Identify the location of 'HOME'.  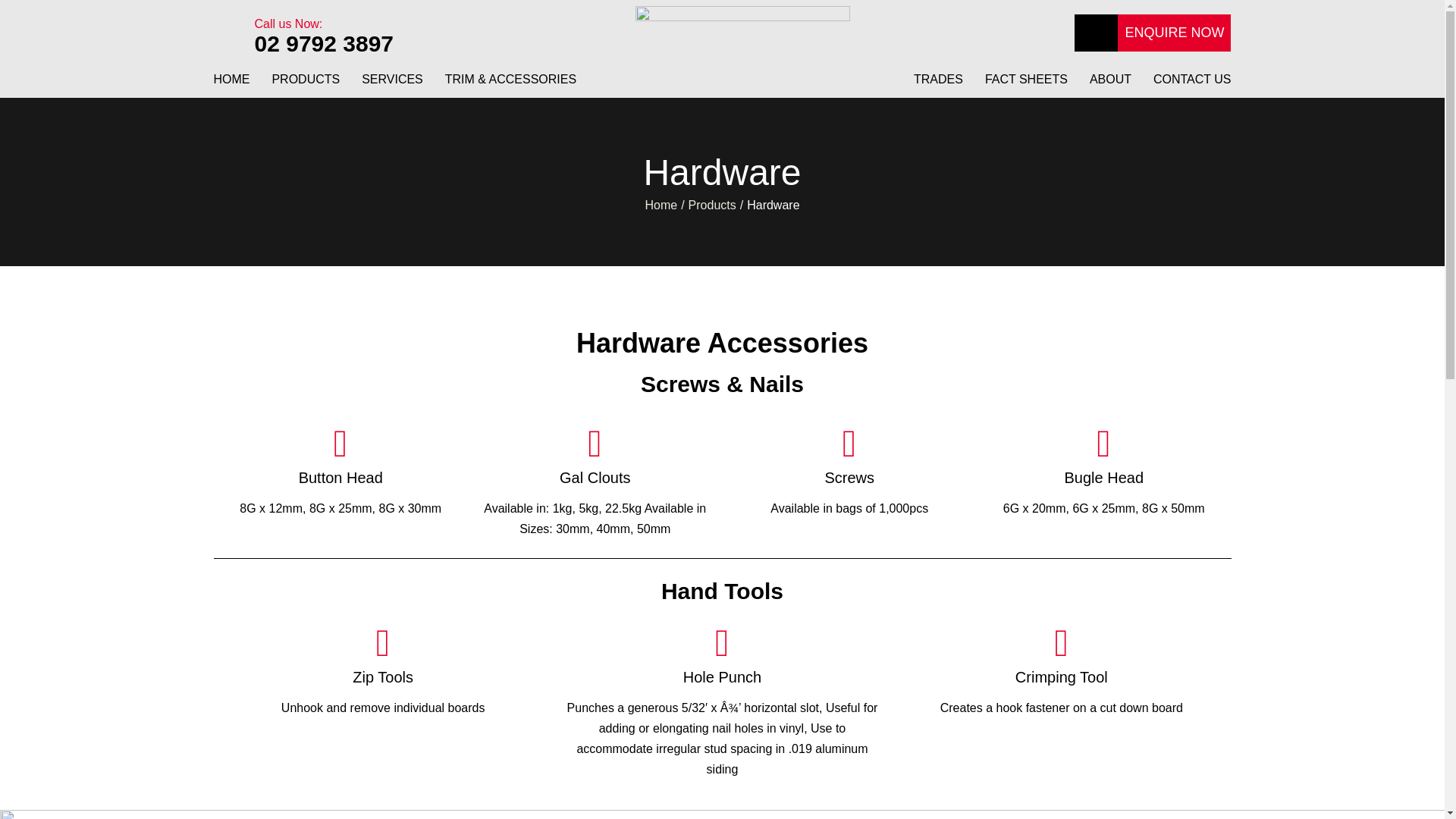
(231, 85).